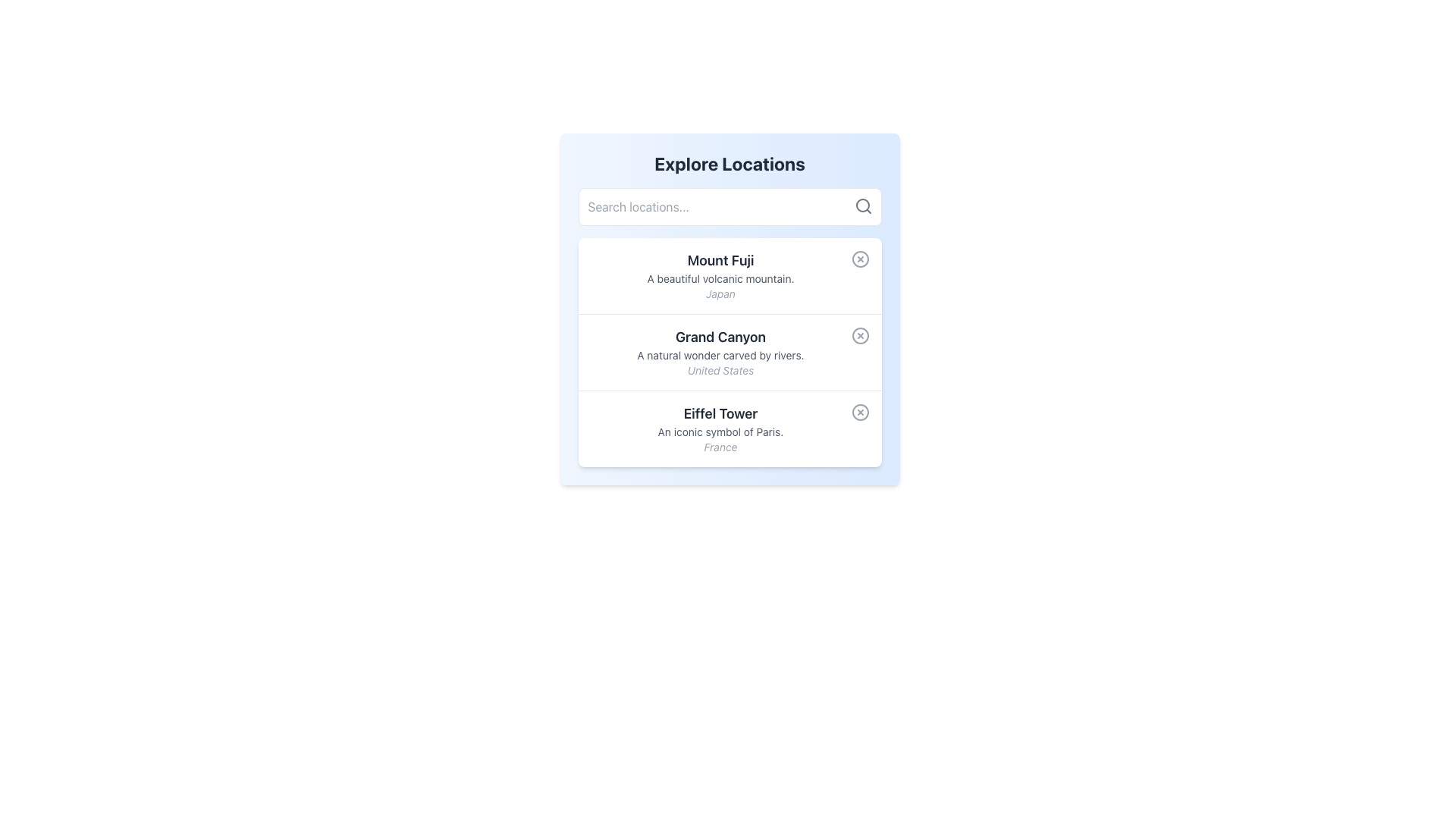  What do you see at coordinates (730, 275) in the screenshot?
I see `the first list item labeled 'Mount Fuji' under the 'Explore Locations' header` at bounding box center [730, 275].